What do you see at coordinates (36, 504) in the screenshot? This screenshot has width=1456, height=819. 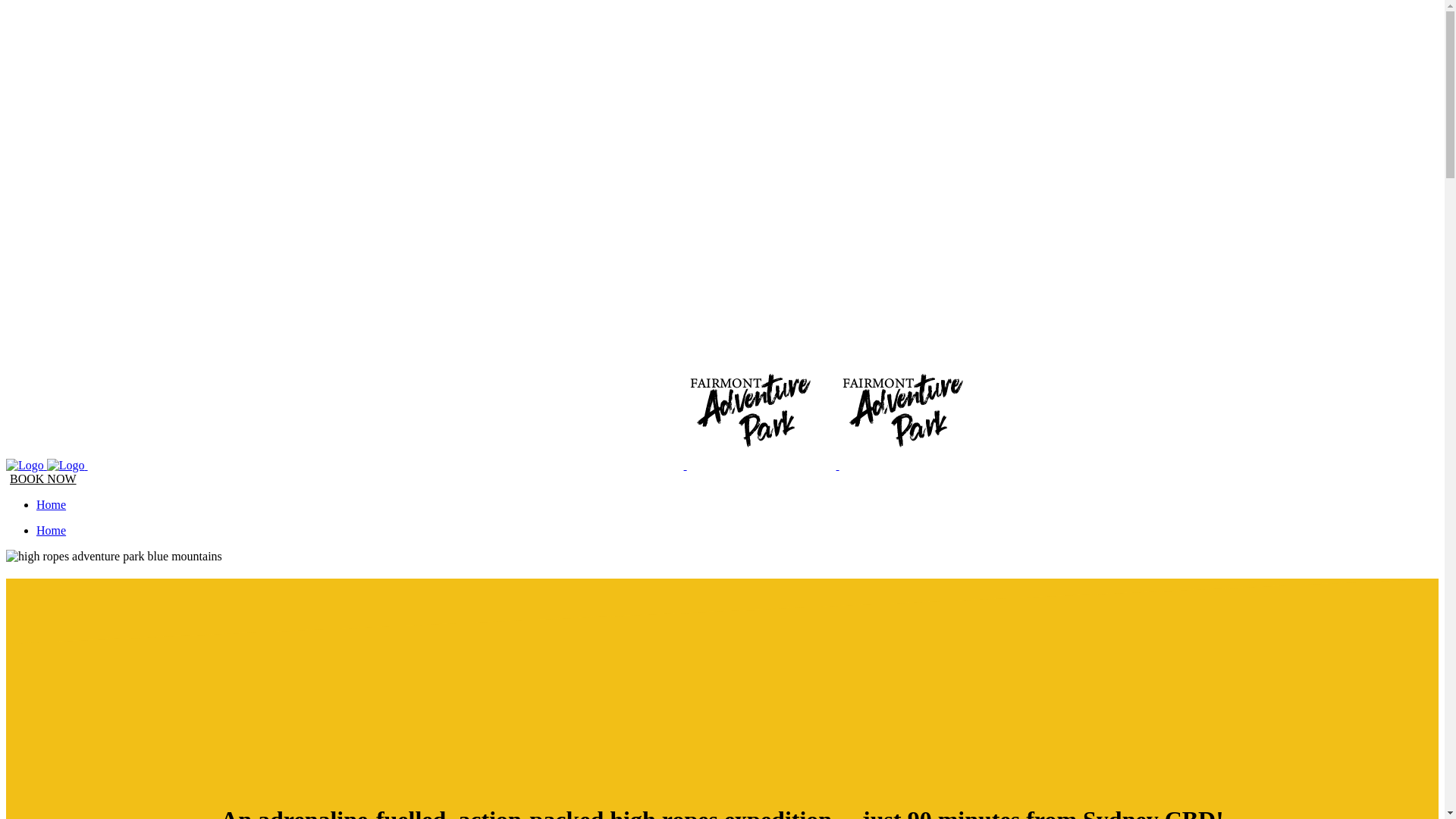 I see `'Home'` at bounding box center [36, 504].